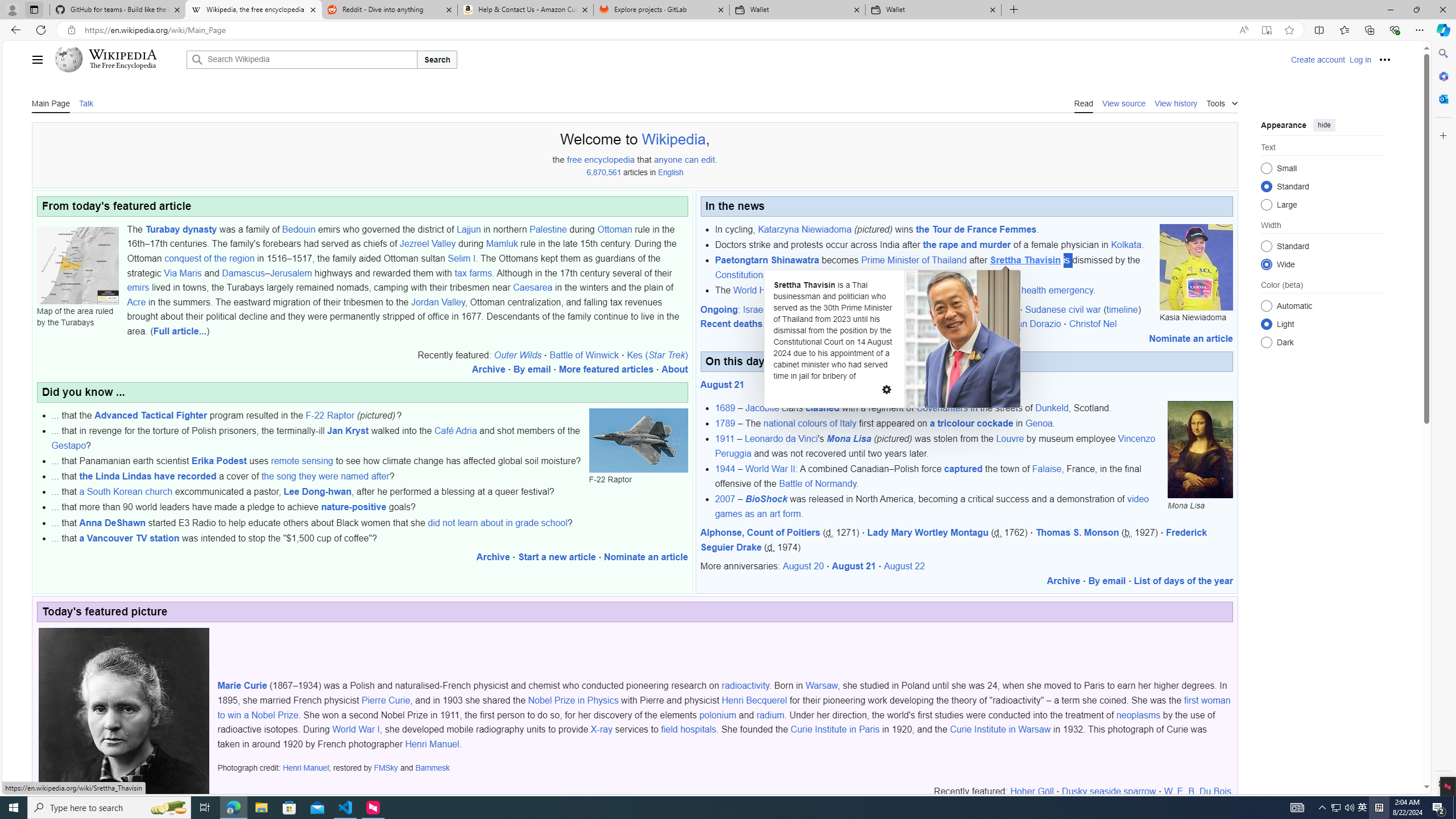 The width and height of the screenshot is (1456, 819). What do you see at coordinates (601, 729) in the screenshot?
I see `'X-ray'` at bounding box center [601, 729].